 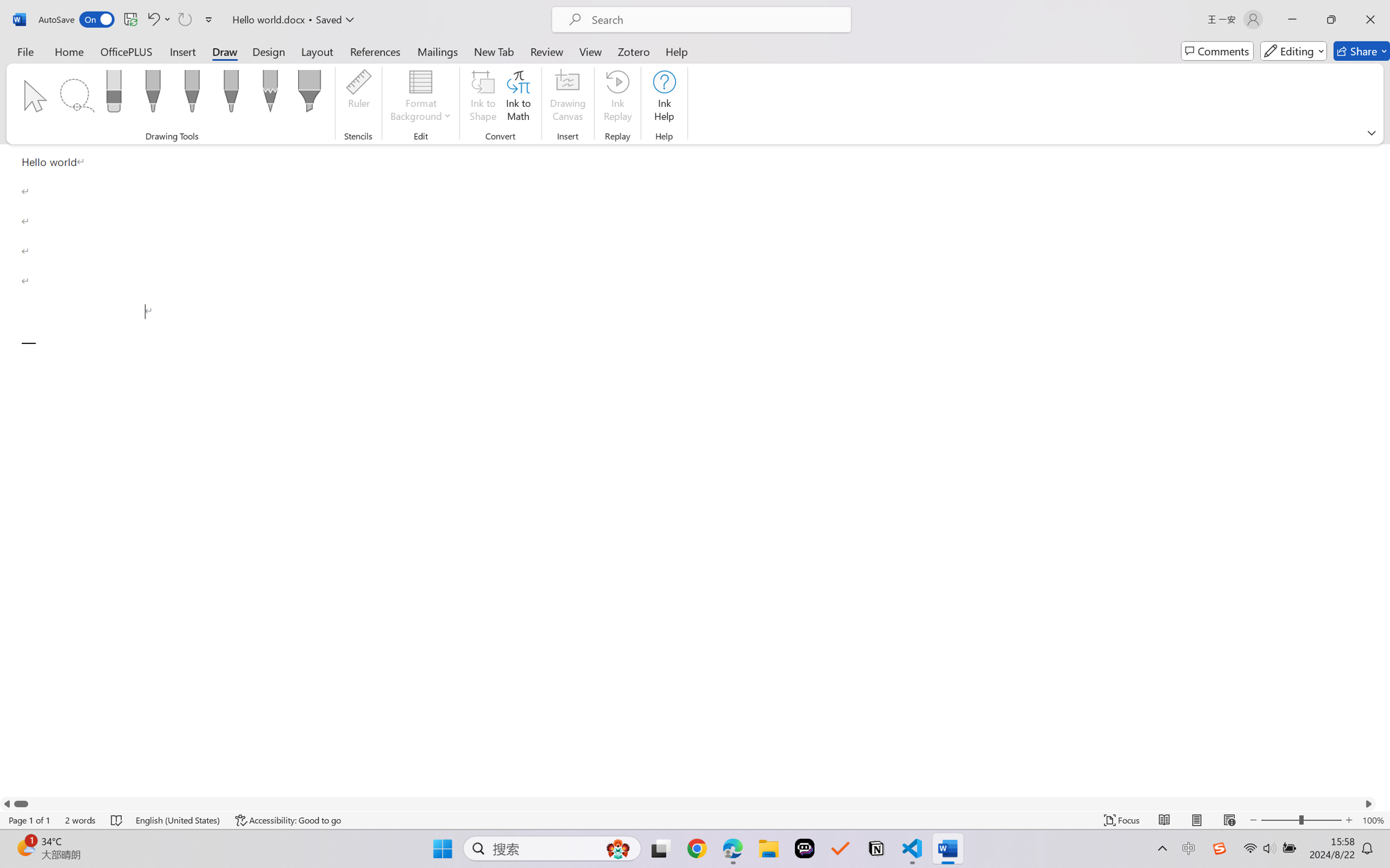 I want to click on 'AutomationID: BadgeAnchorLargeTicker', so click(x=25, y=847).